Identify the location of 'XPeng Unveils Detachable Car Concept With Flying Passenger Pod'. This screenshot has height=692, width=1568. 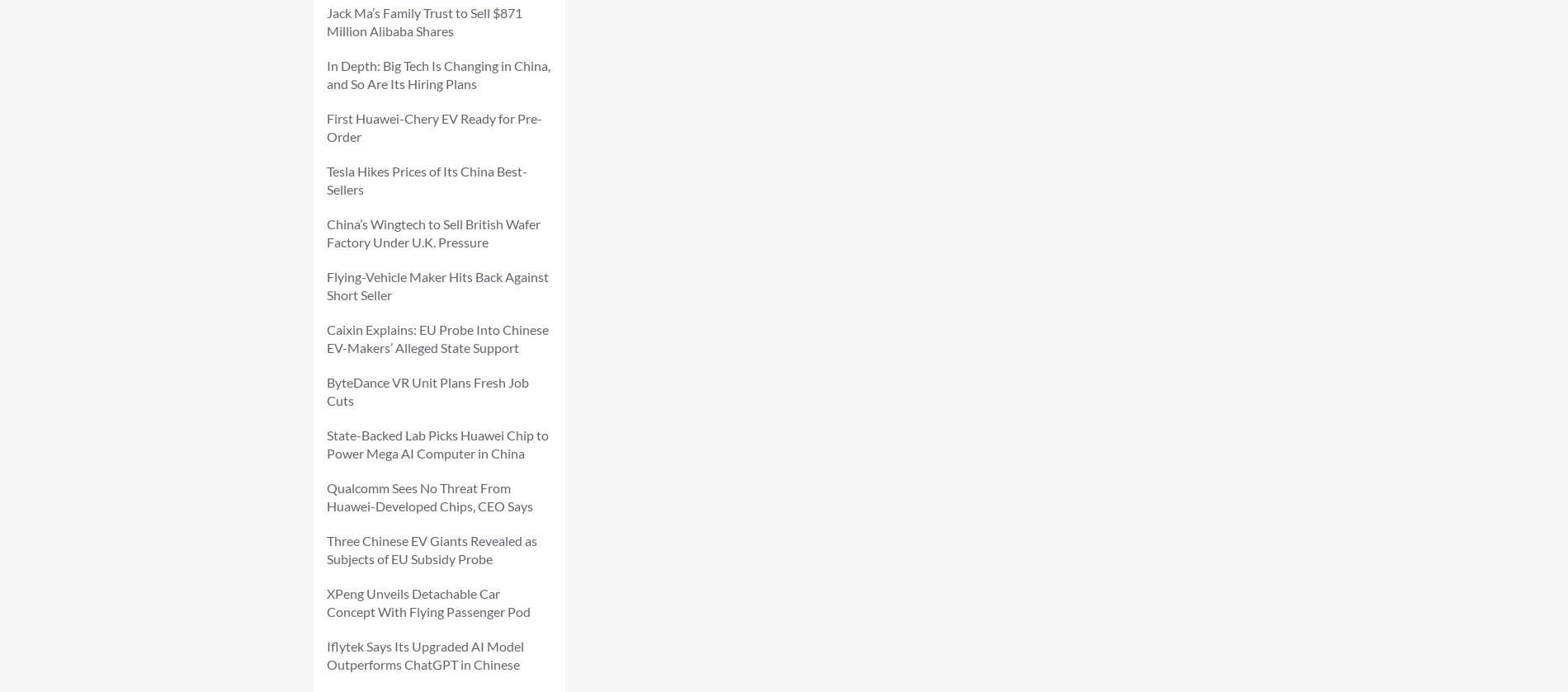
(325, 601).